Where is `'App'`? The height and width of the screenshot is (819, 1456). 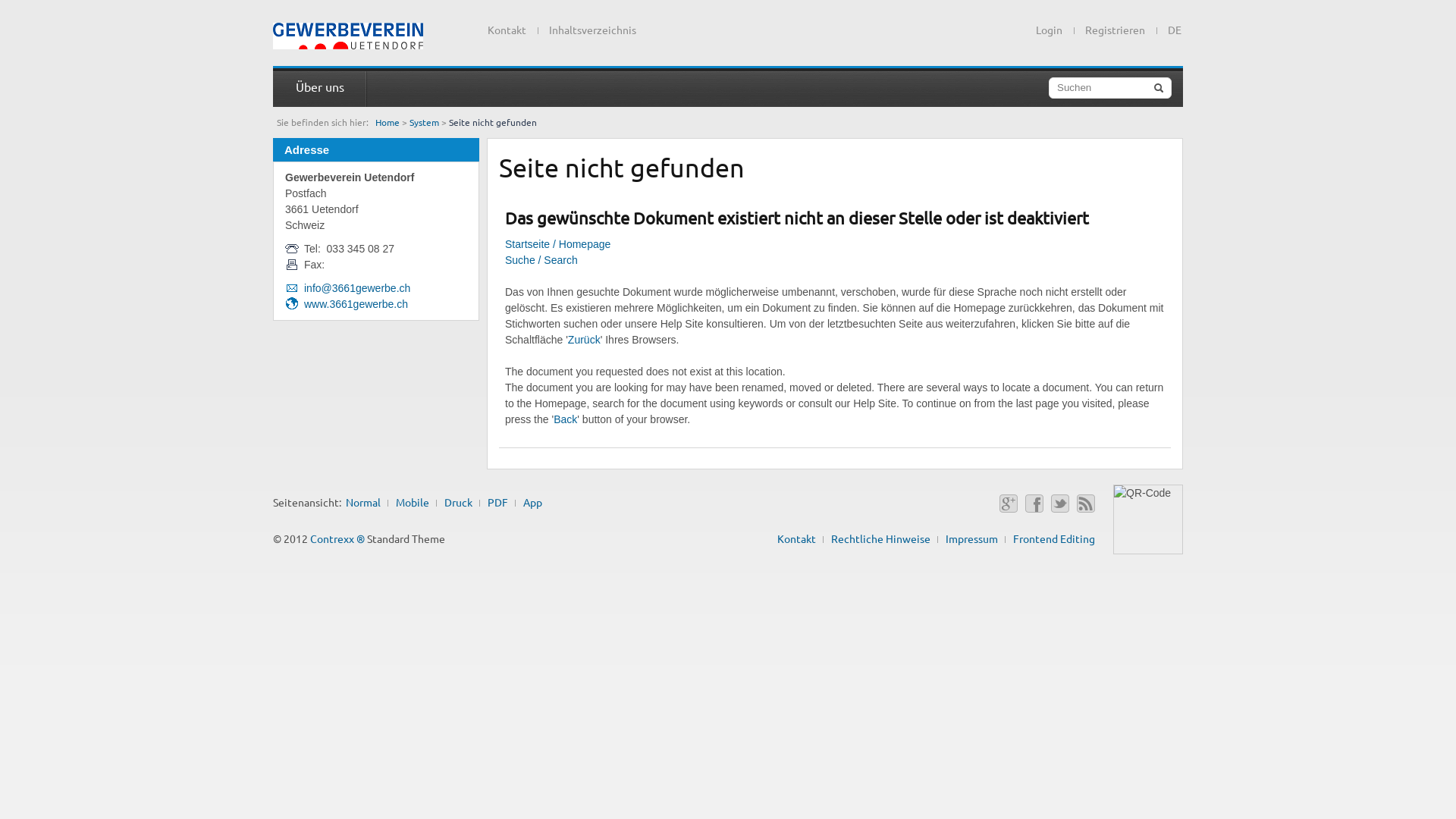 'App' is located at coordinates (532, 502).